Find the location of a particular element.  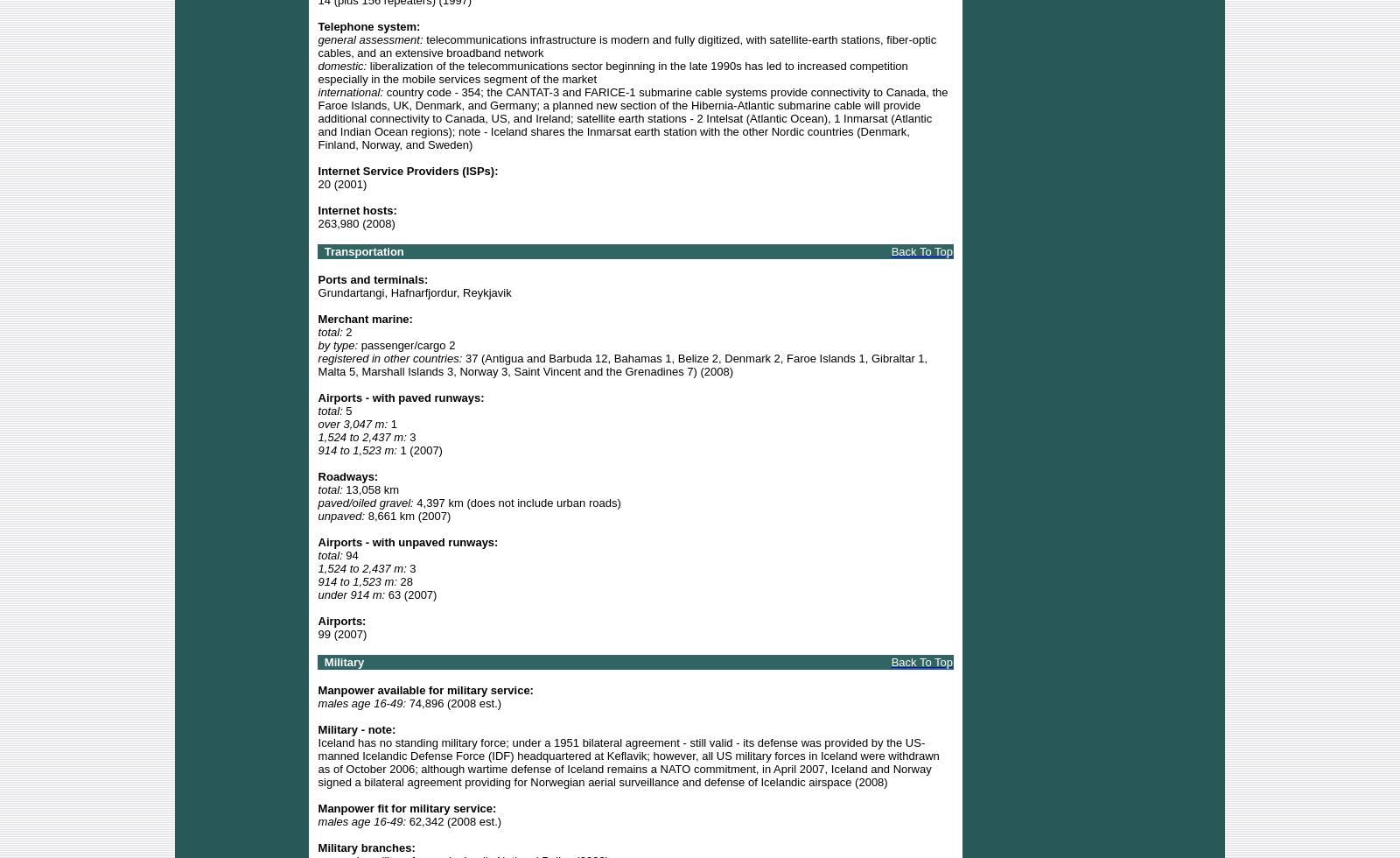

'2' is located at coordinates (342, 331).